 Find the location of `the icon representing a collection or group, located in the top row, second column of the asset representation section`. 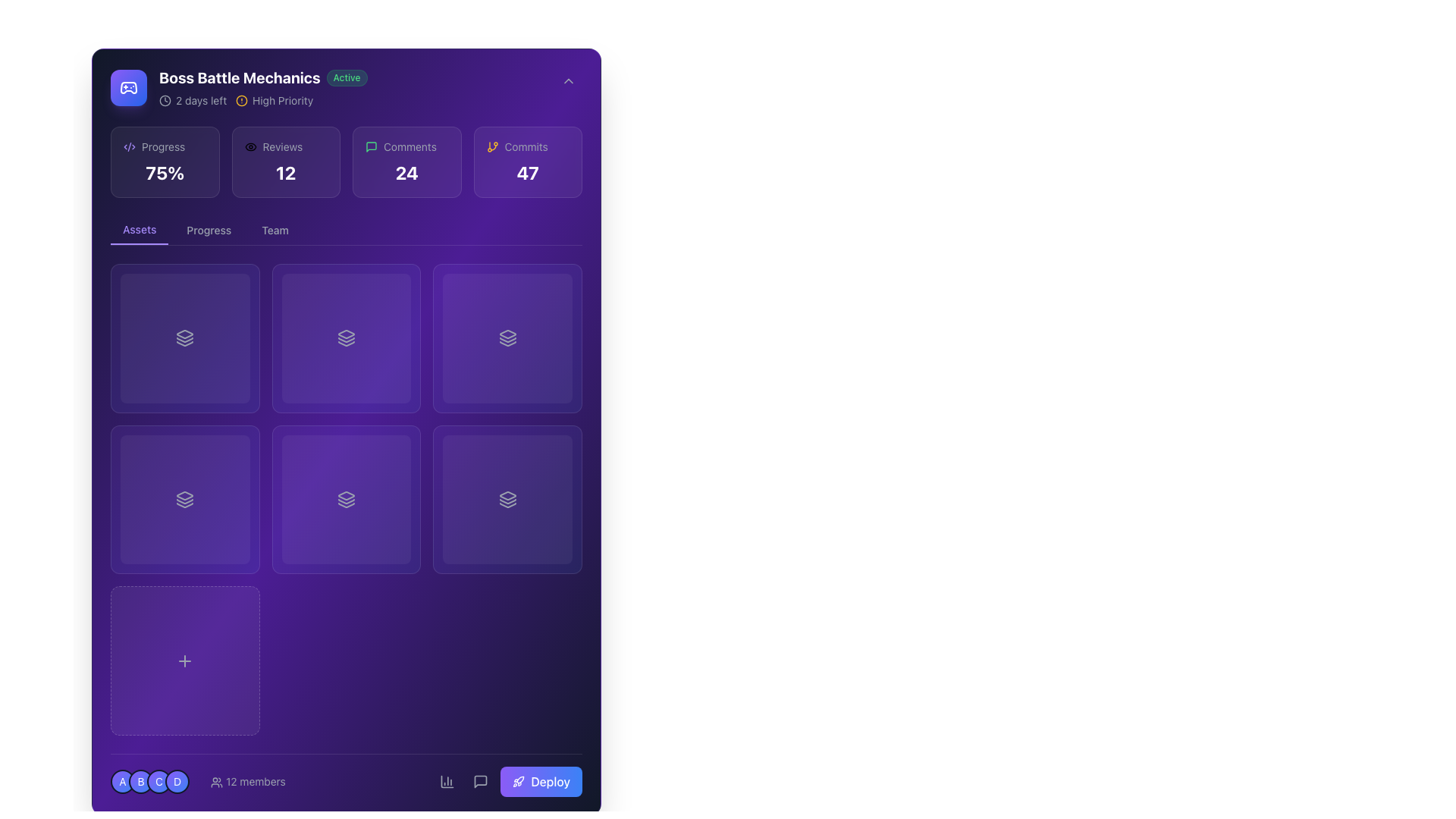

the icon representing a collection or group, located in the top row, second column of the asset representation section is located at coordinates (345, 337).